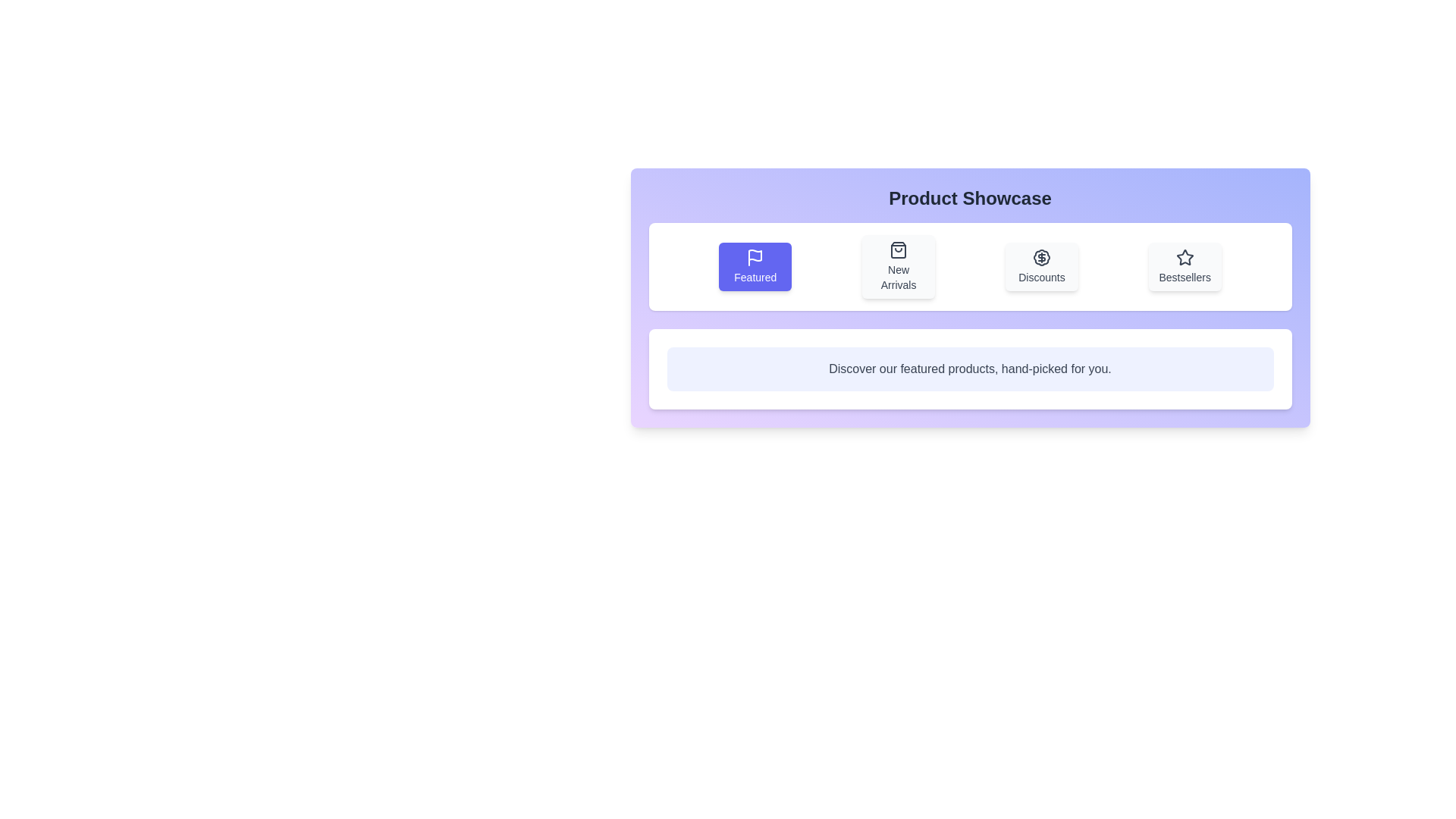 This screenshot has width=1456, height=819. Describe the element at coordinates (899, 265) in the screenshot. I see `the 'New Arrivals' button, which is the second button from the left in a group of four buttons, positioned between the 'Featured' button and the 'Discounts' button` at that location.